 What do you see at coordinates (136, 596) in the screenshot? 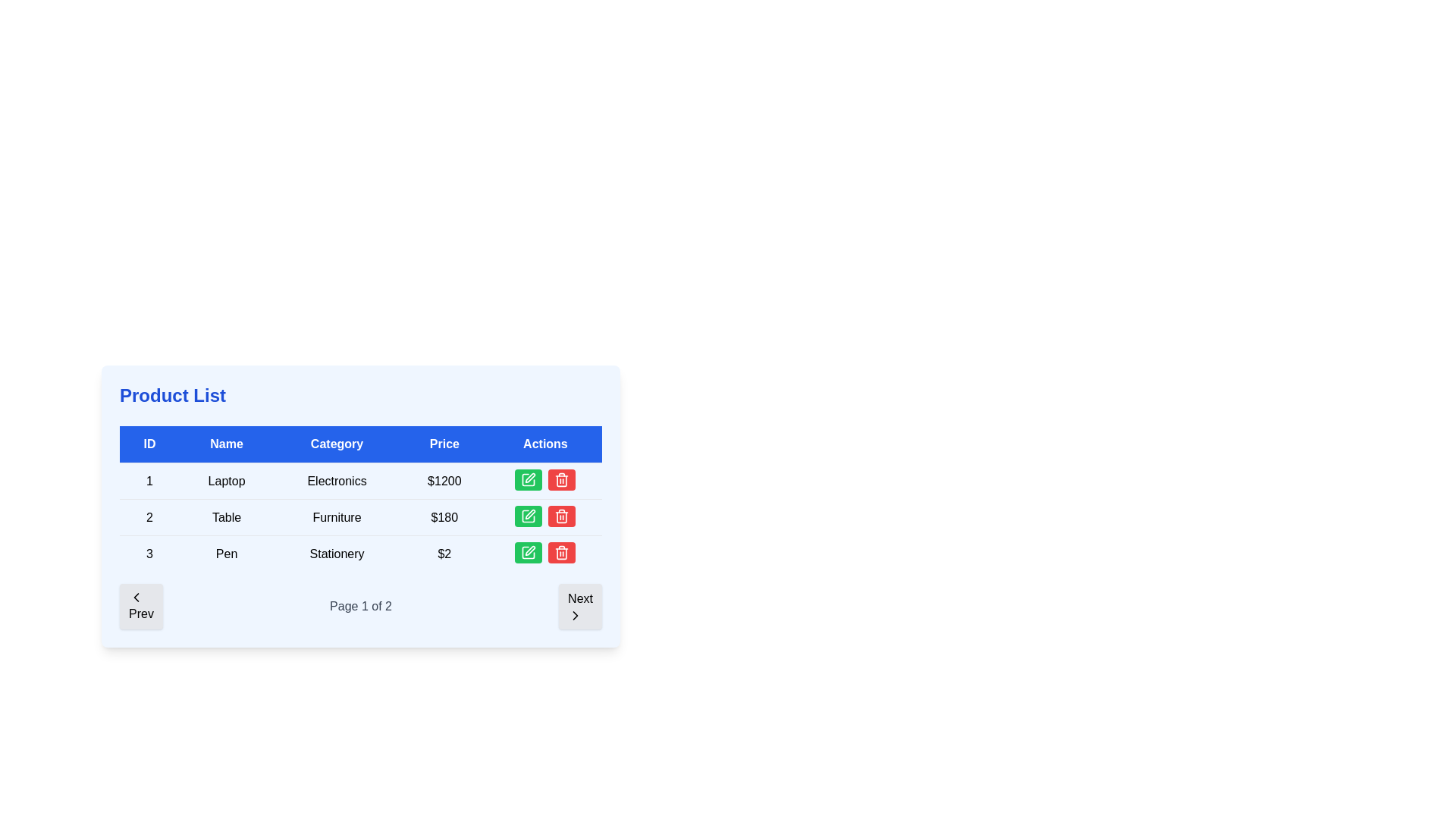
I see `the 'Prev' button icon, which visually indicates the action of navigating to a previous page in the product list interface` at bounding box center [136, 596].